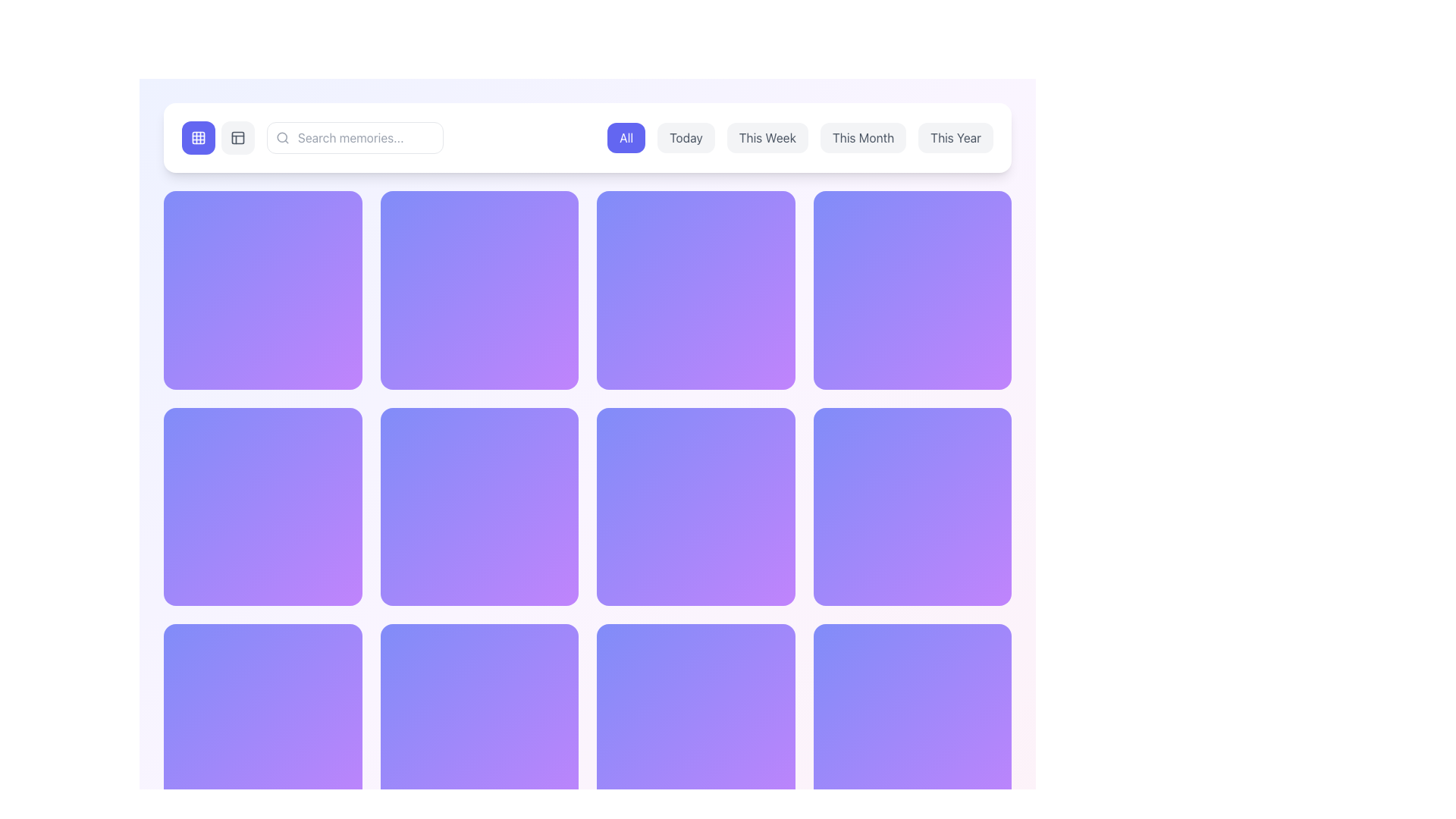  Describe the element at coordinates (479, 507) in the screenshot. I see `the second tile in the second row of the grid layout, which is a square-shaped tile with a gradient background transitioning from indigo to purple` at that location.